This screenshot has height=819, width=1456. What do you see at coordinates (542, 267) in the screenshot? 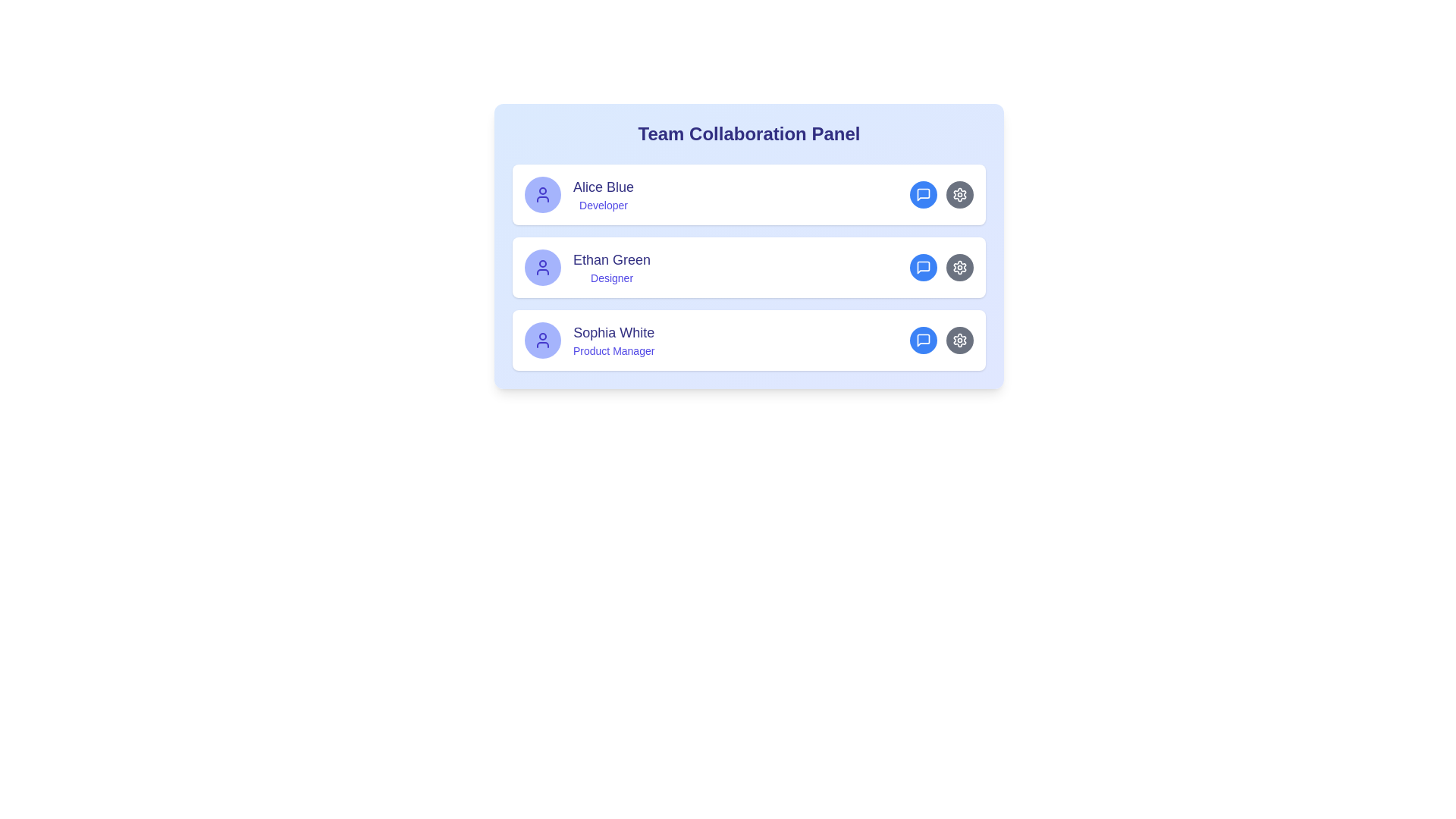
I see `the Circular user profile icon for 'Ethan Green - Designer', which is a button with a light indigo background and a user silhouette icon` at bounding box center [542, 267].